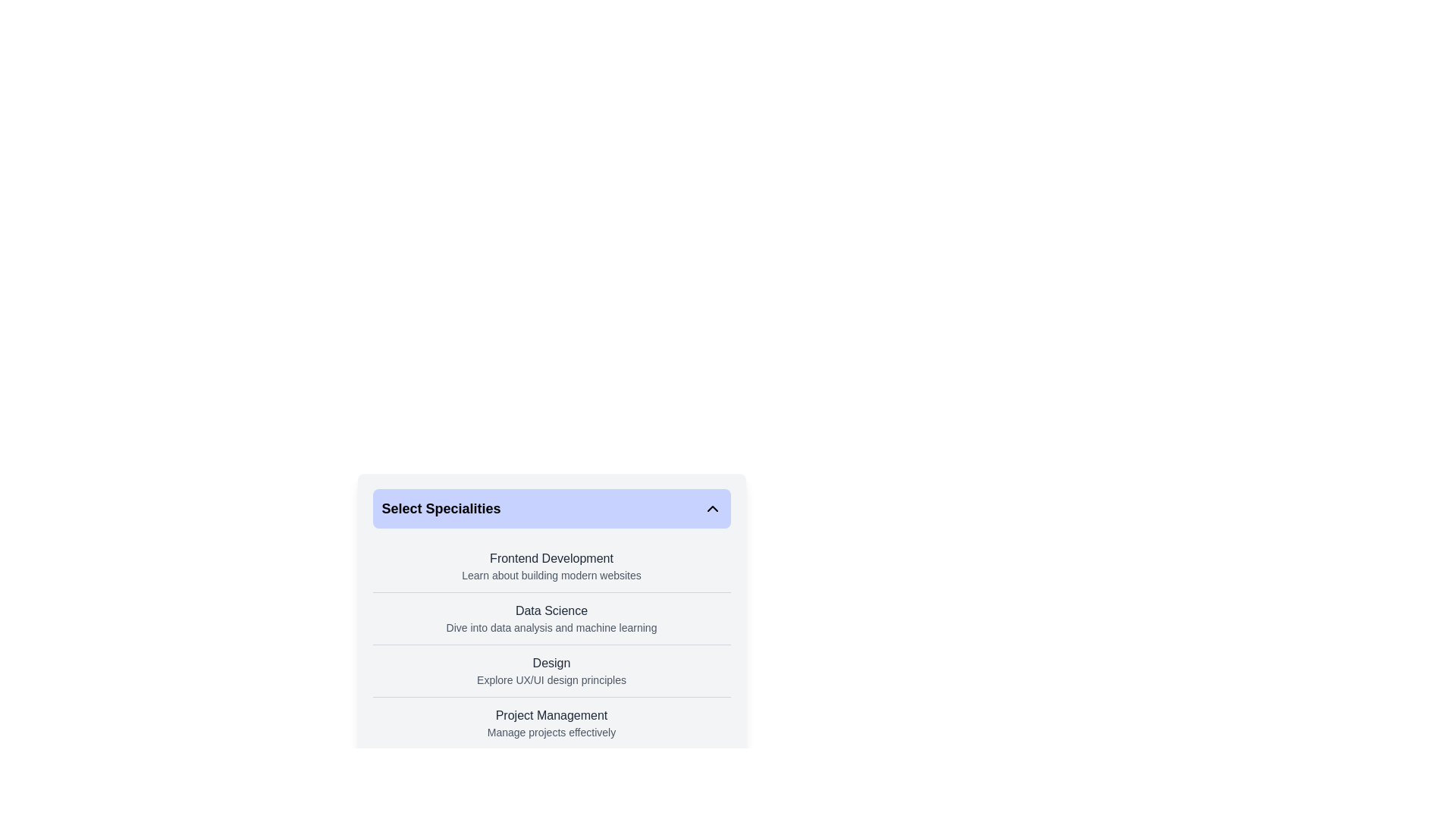 This screenshot has height=819, width=1456. Describe the element at coordinates (551, 619) in the screenshot. I see `the List item element titled 'Data Science'` at that location.